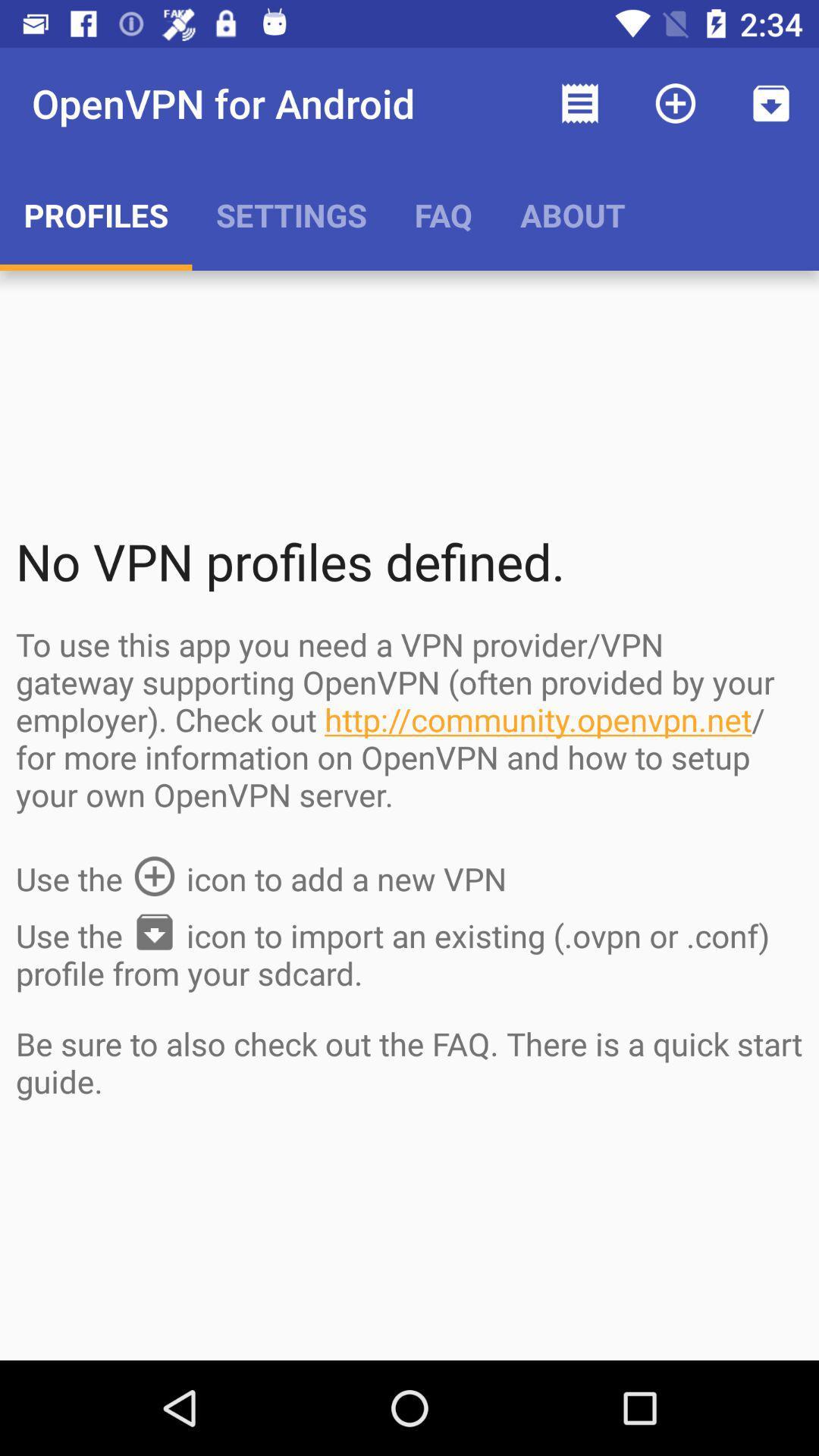 This screenshot has height=1456, width=819. What do you see at coordinates (579, 102) in the screenshot?
I see `the icon next to faq icon` at bounding box center [579, 102].